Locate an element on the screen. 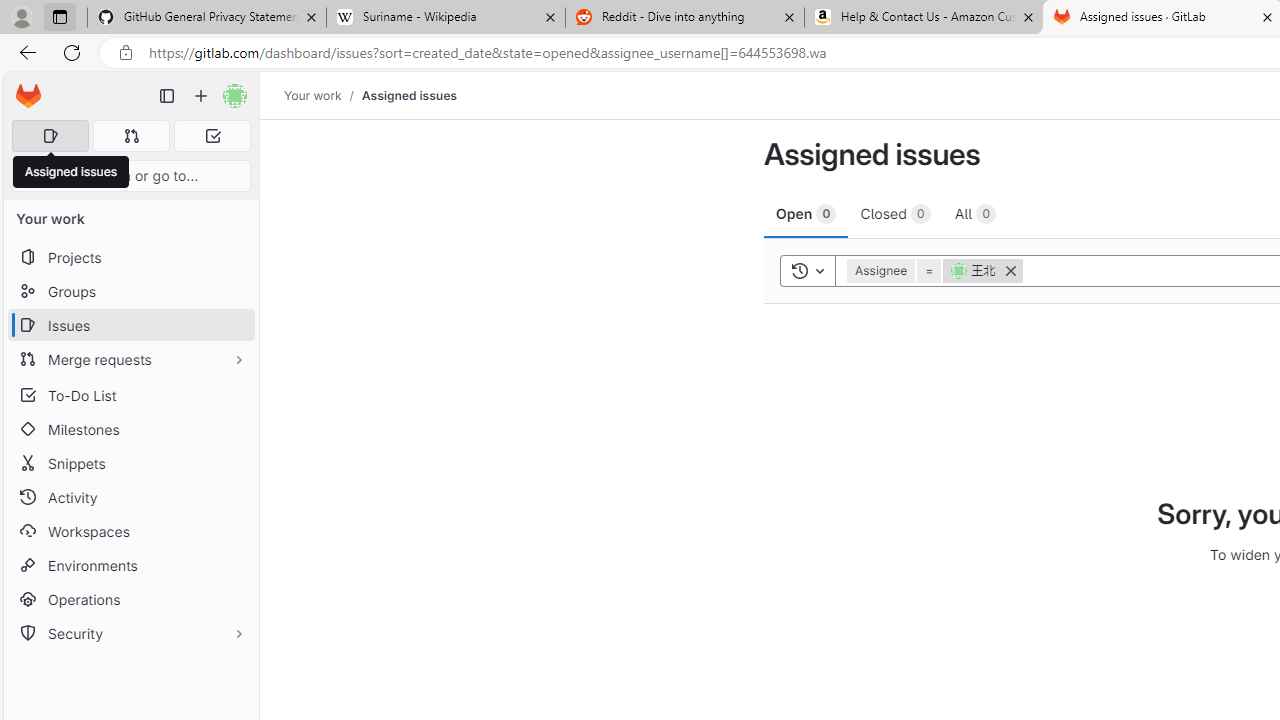  'Open 0' is located at coordinates (806, 213).